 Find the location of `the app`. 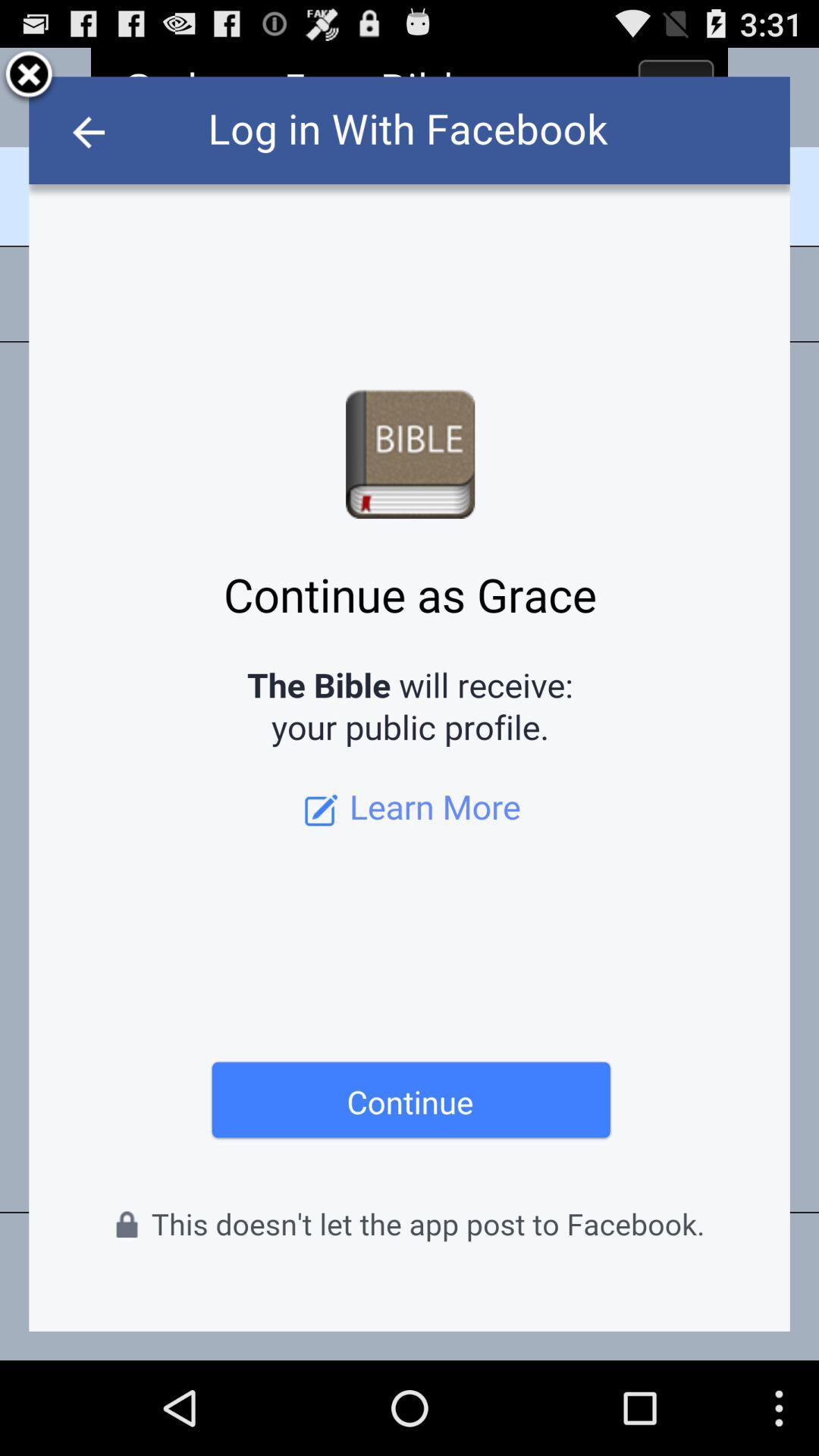

the app is located at coordinates (29, 76).